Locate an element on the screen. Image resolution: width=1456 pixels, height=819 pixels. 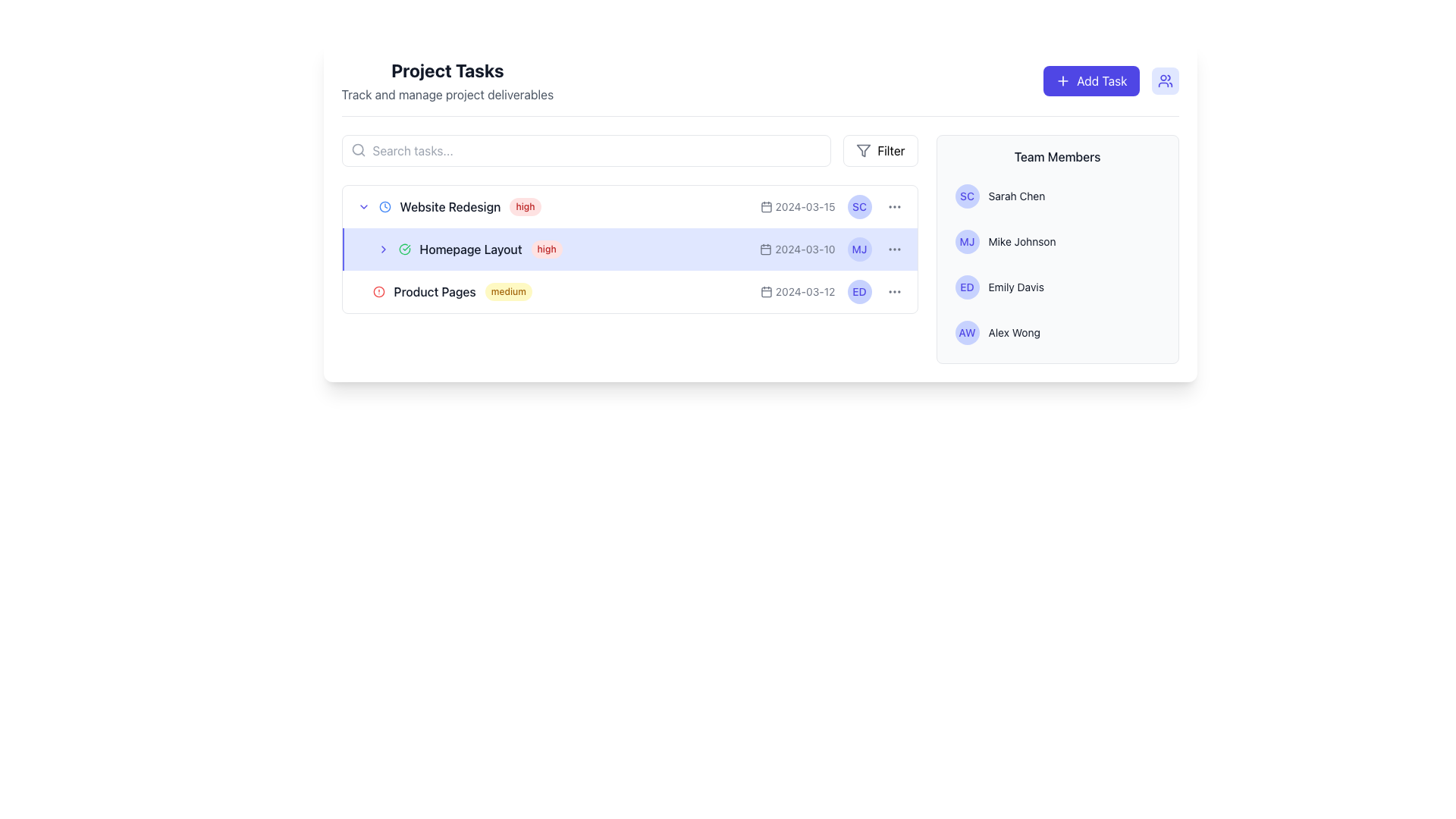
the calendar icon within the SVG, which represents date-related information for the task row in the 'Product Pages' interface is located at coordinates (766, 292).